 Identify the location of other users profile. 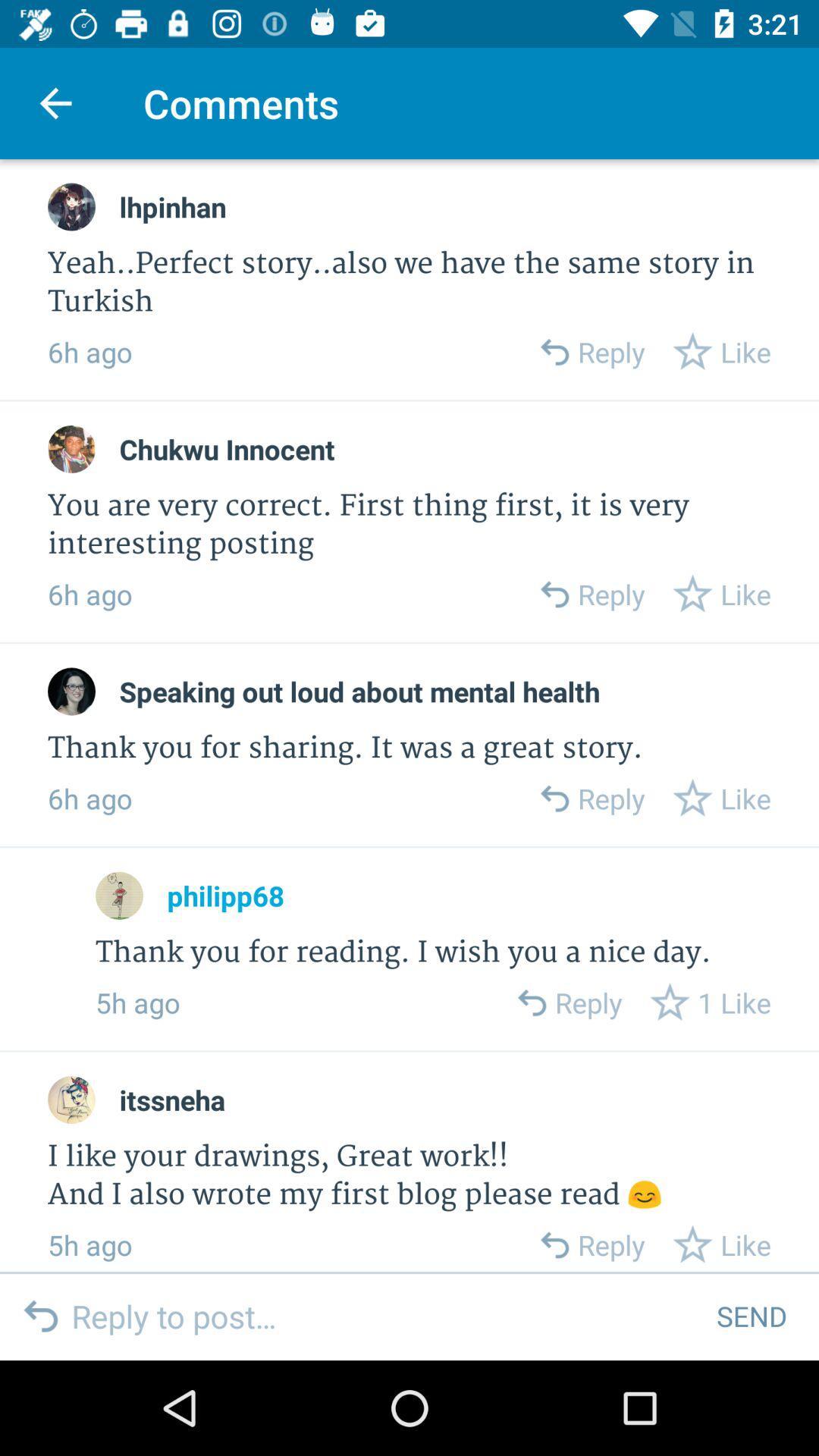
(71, 206).